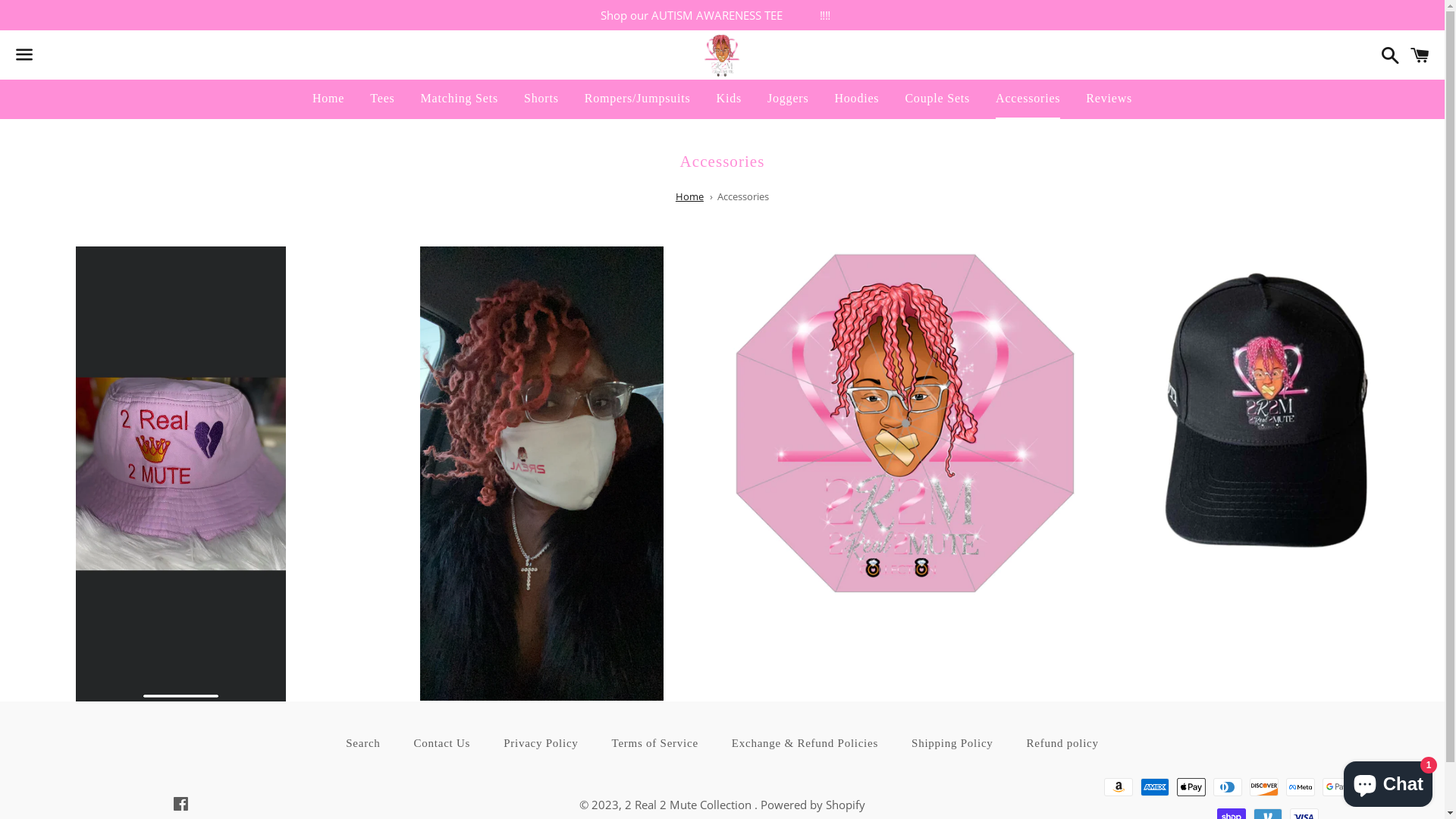 The height and width of the screenshot is (819, 1456). Describe the element at coordinates (804, 742) in the screenshot. I see `'Exchange & Refund Policies'` at that location.